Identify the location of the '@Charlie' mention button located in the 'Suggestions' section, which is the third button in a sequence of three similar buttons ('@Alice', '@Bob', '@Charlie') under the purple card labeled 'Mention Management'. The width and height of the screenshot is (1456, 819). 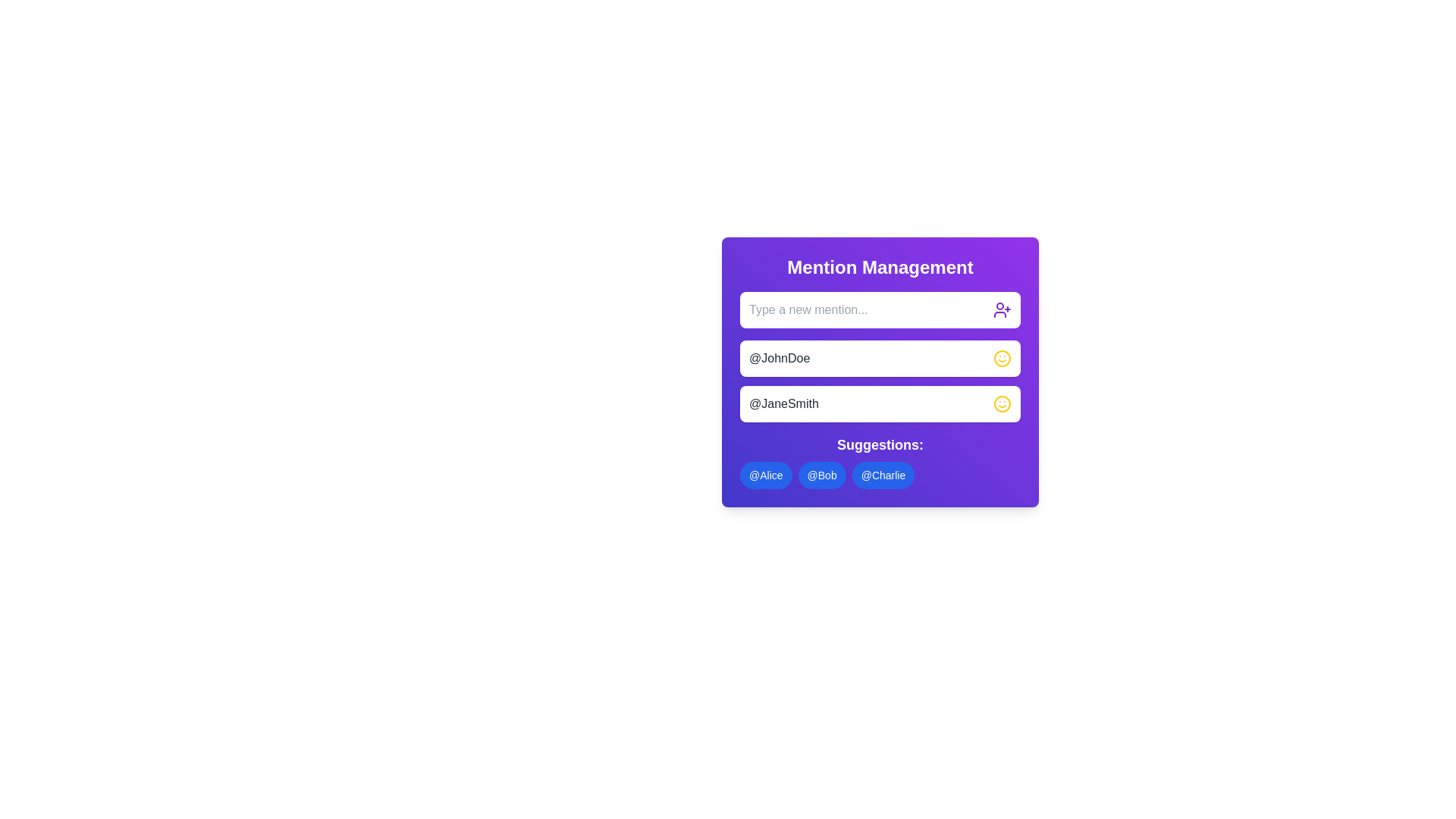
(883, 475).